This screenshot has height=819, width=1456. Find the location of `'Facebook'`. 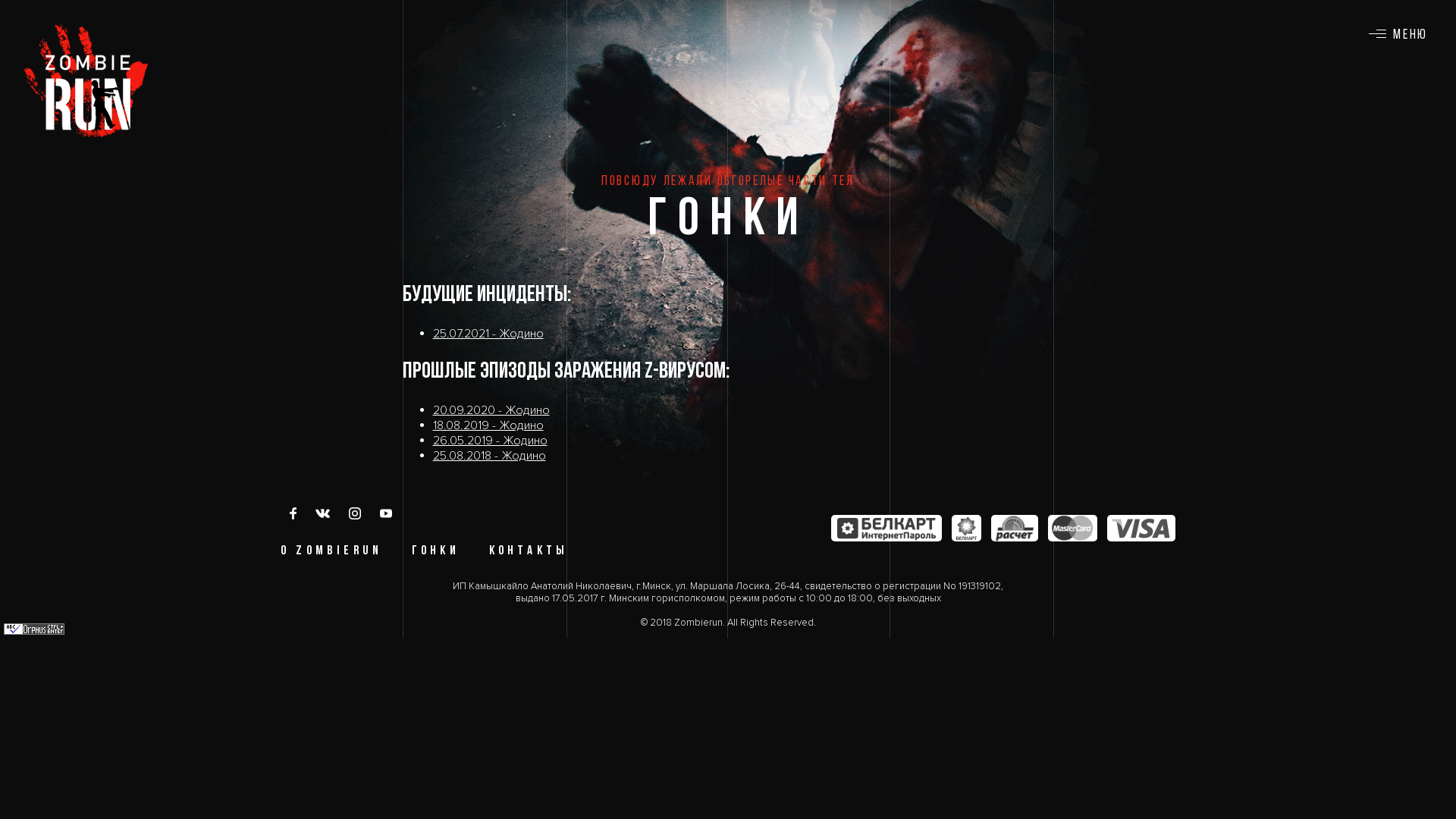

'Facebook' is located at coordinates (294, 513).